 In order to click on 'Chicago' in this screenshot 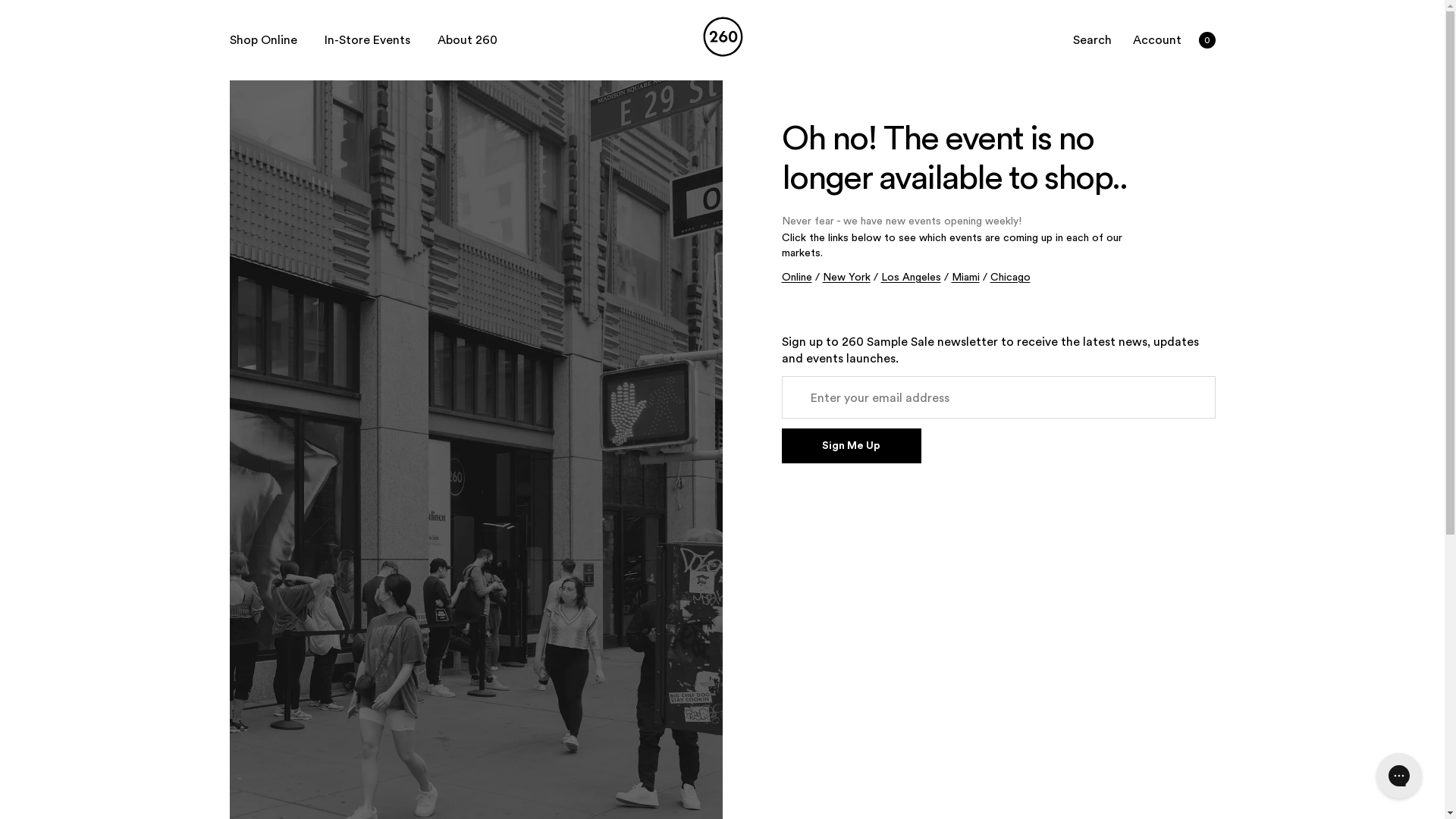, I will do `click(1010, 278)`.